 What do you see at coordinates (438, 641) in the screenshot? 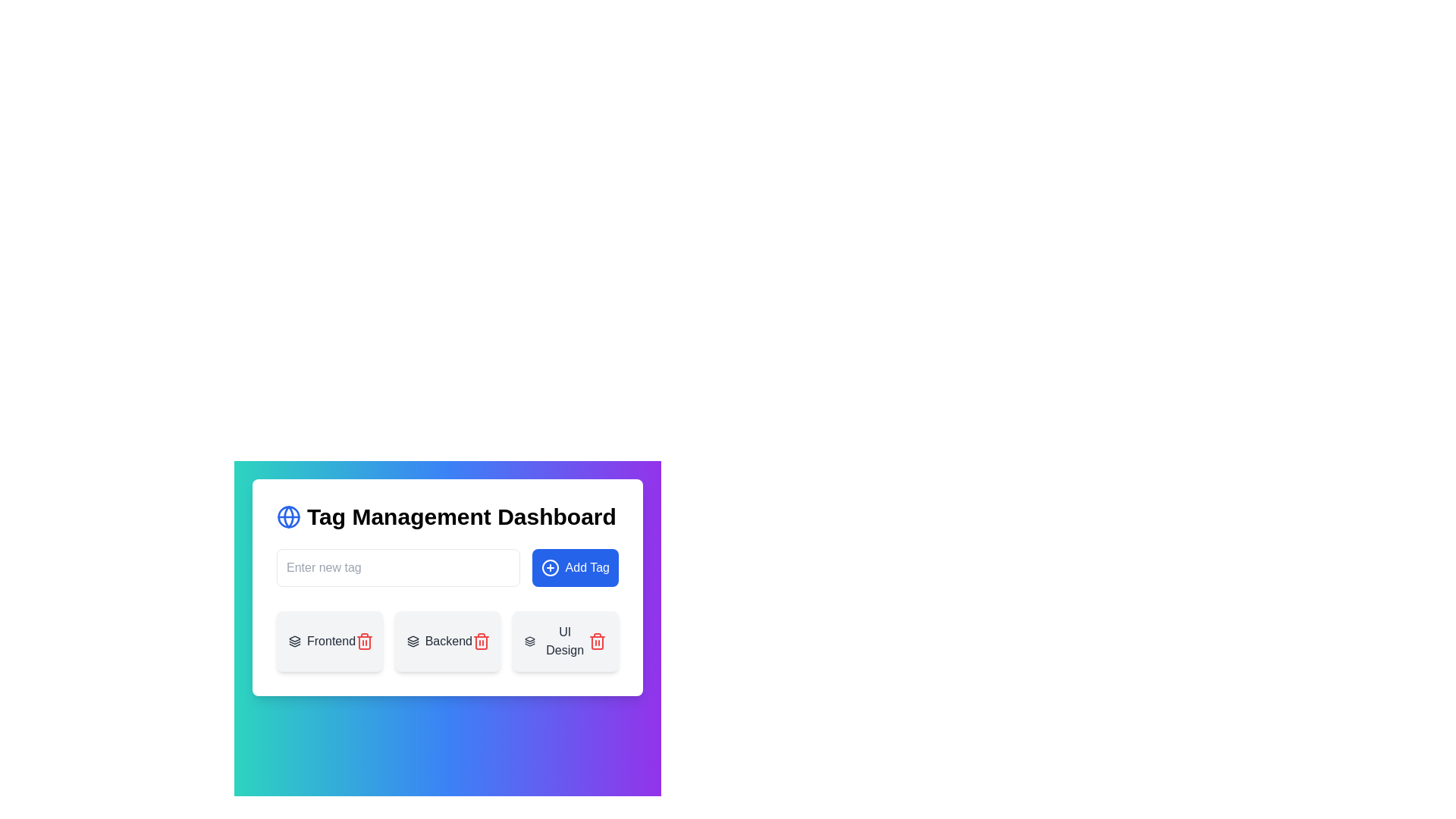
I see `the 'Backend' tag label, which is styled in dark gray with an icon of stacked layers to its left, located in the second position among sibling tags in the content section of the dashboard` at bounding box center [438, 641].